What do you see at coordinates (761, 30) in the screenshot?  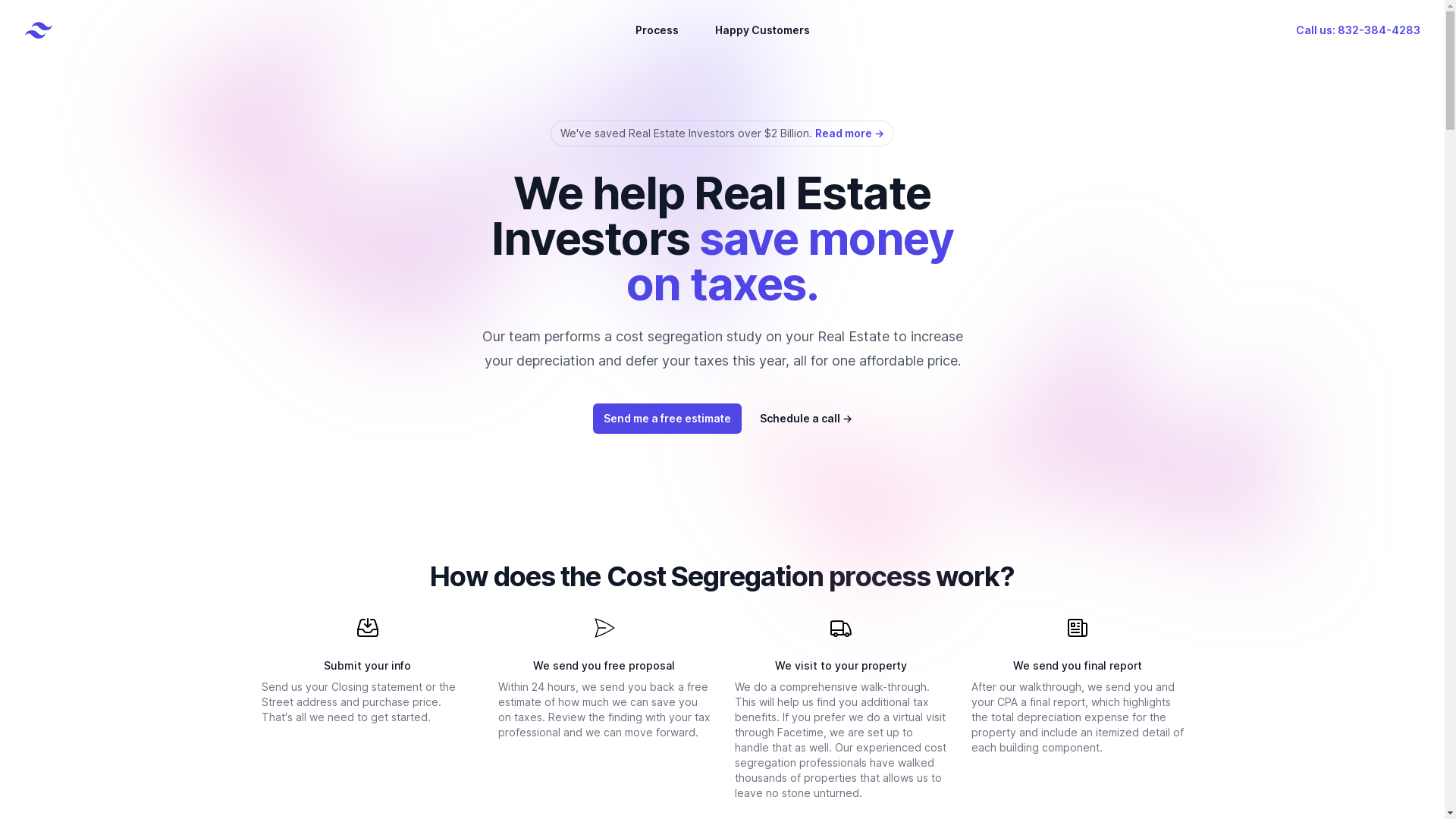 I see `'Happy Customers'` at bounding box center [761, 30].